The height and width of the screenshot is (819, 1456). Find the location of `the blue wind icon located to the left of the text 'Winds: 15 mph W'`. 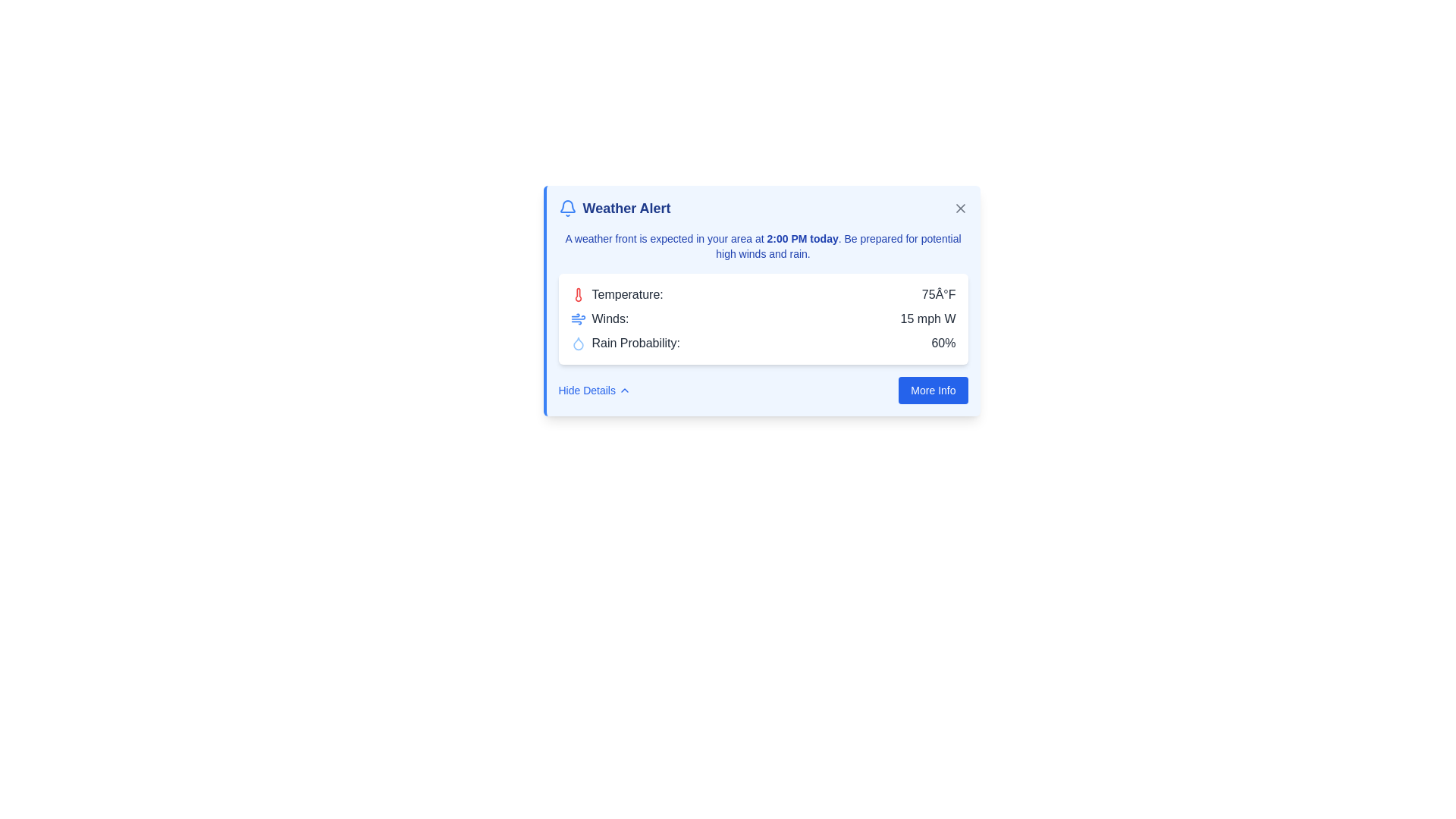

the blue wind icon located to the left of the text 'Winds: 15 mph W' is located at coordinates (577, 318).